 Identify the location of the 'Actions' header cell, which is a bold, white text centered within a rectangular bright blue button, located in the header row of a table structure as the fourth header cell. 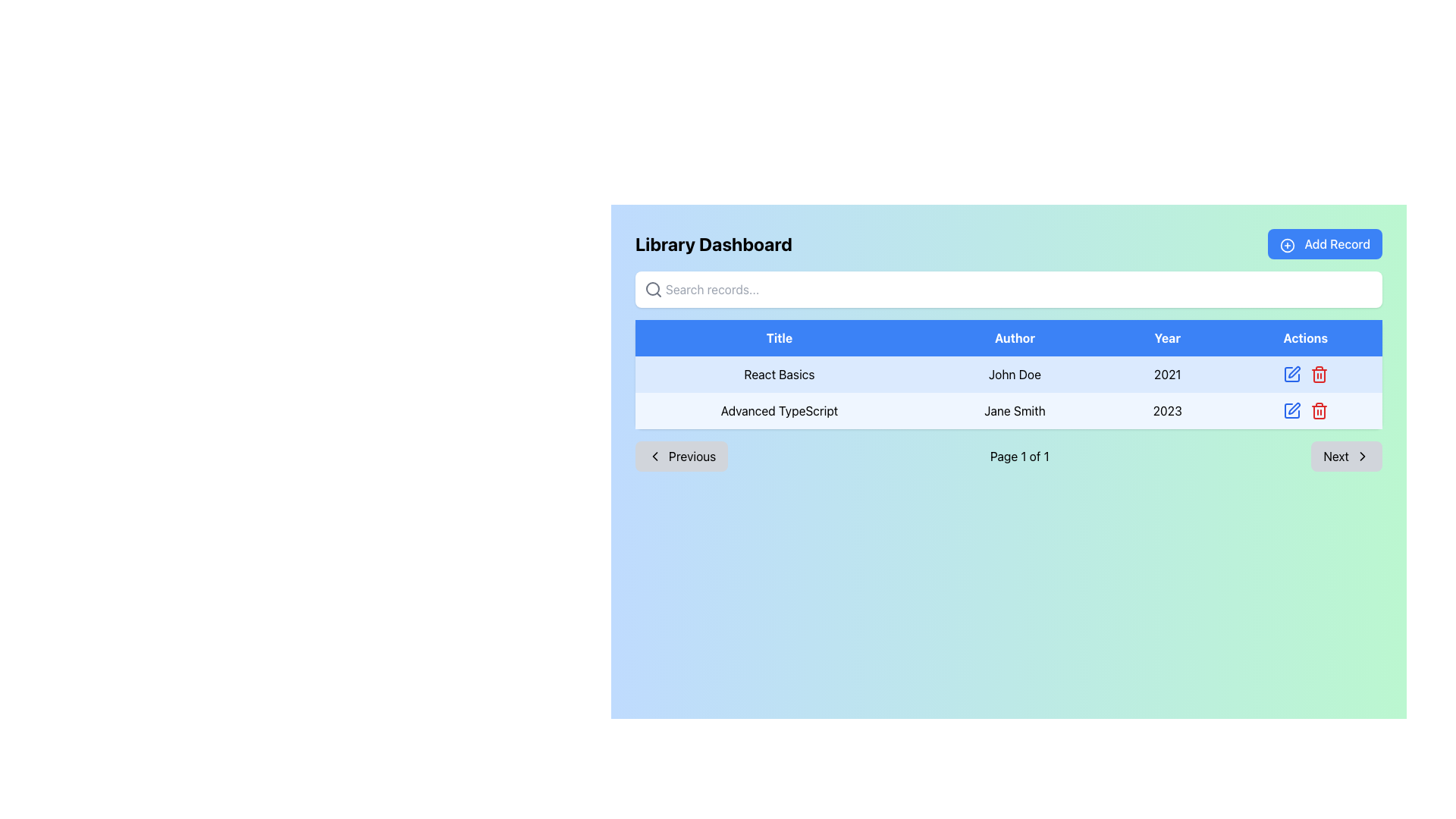
(1304, 337).